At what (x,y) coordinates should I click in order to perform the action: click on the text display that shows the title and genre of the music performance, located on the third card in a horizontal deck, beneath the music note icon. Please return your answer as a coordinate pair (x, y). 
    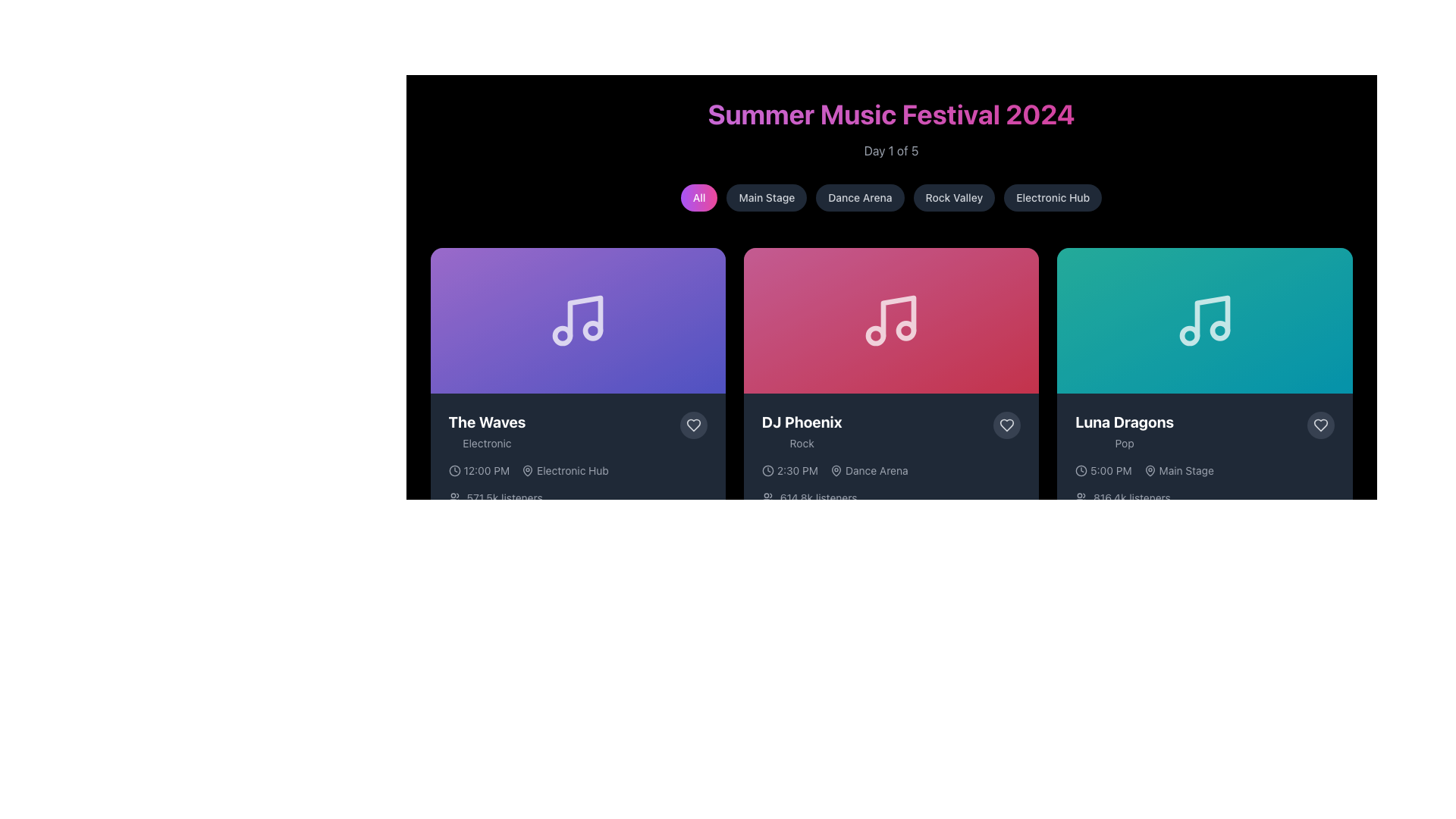
    Looking at the image, I should click on (1125, 431).